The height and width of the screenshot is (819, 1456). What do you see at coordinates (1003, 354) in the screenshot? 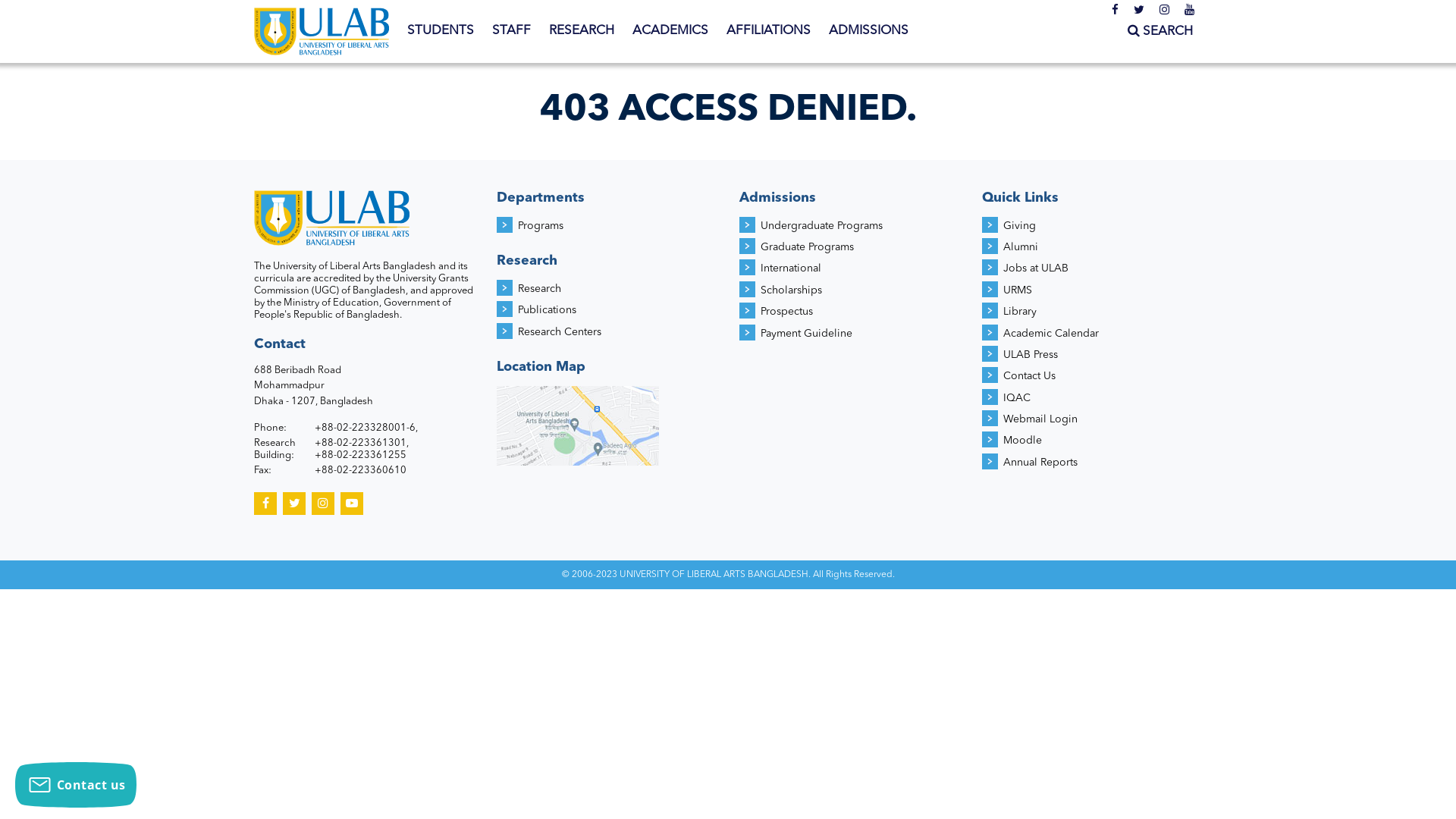
I see `'ULAB Press'` at bounding box center [1003, 354].